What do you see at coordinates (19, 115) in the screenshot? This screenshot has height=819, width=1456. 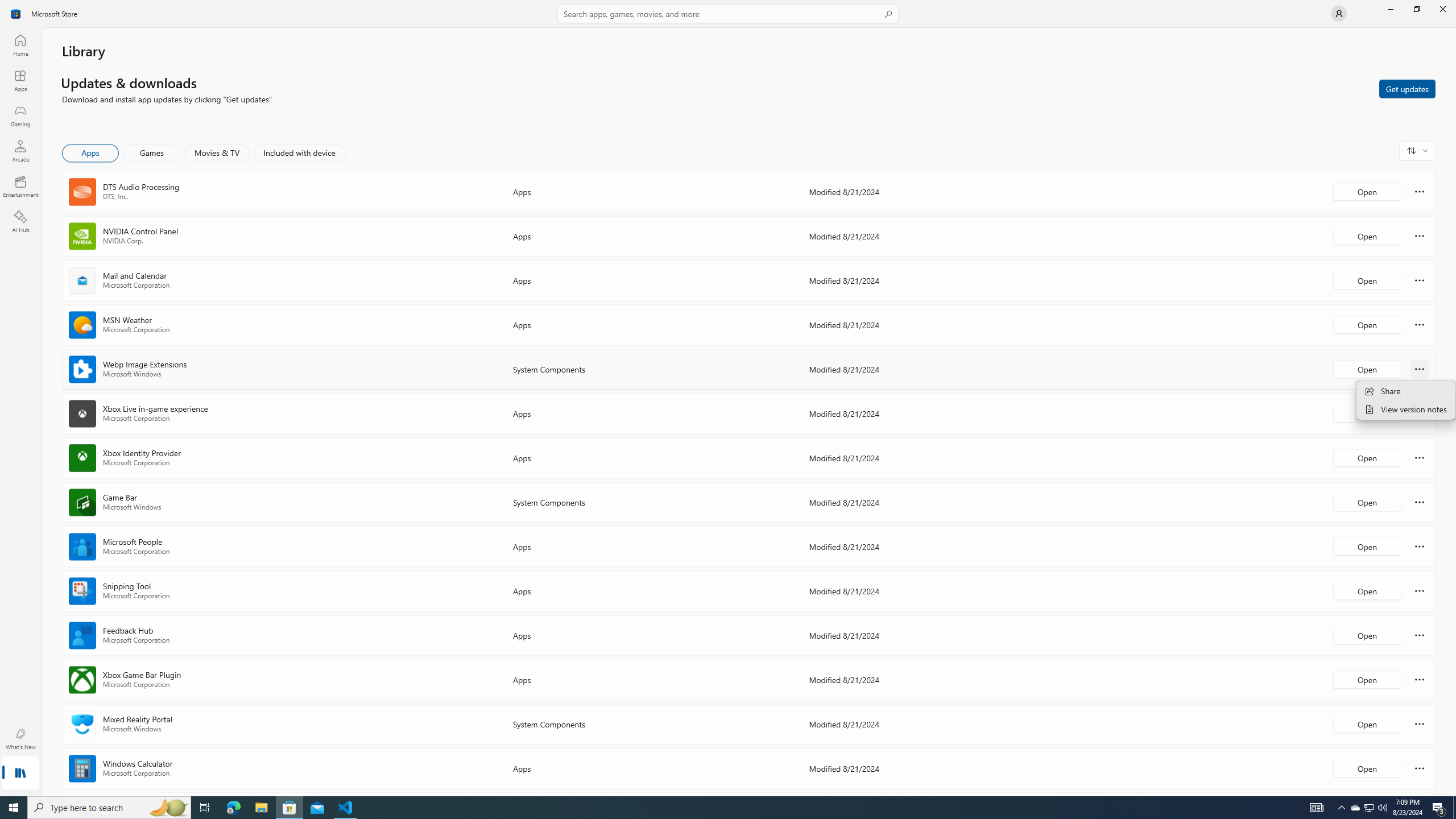 I see `'Gaming'` at bounding box center [19, 115].